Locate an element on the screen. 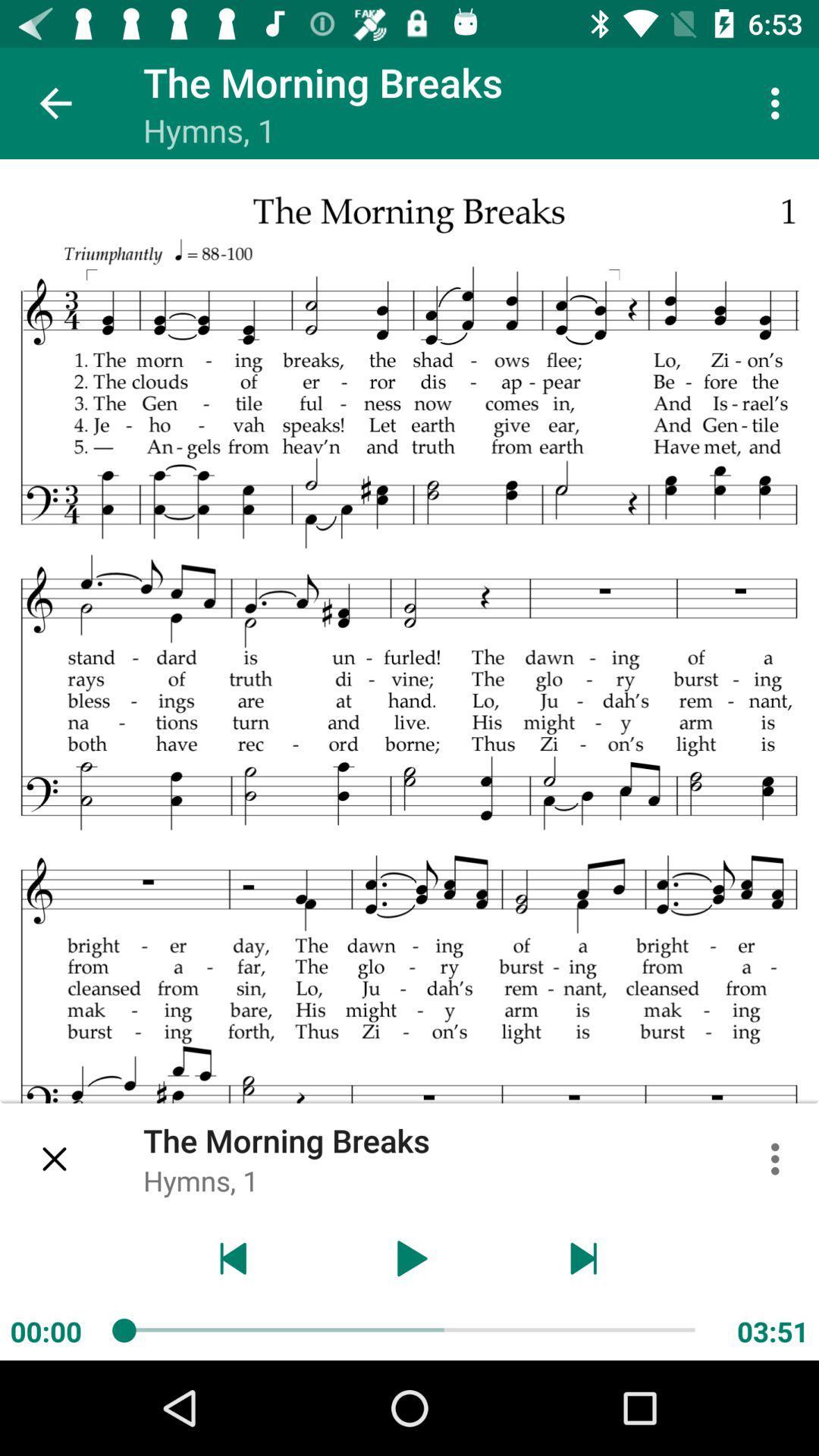 This screenshot has width=819, height=1456. icon next to the morning breaks icon is located at coordinates (55, 102).